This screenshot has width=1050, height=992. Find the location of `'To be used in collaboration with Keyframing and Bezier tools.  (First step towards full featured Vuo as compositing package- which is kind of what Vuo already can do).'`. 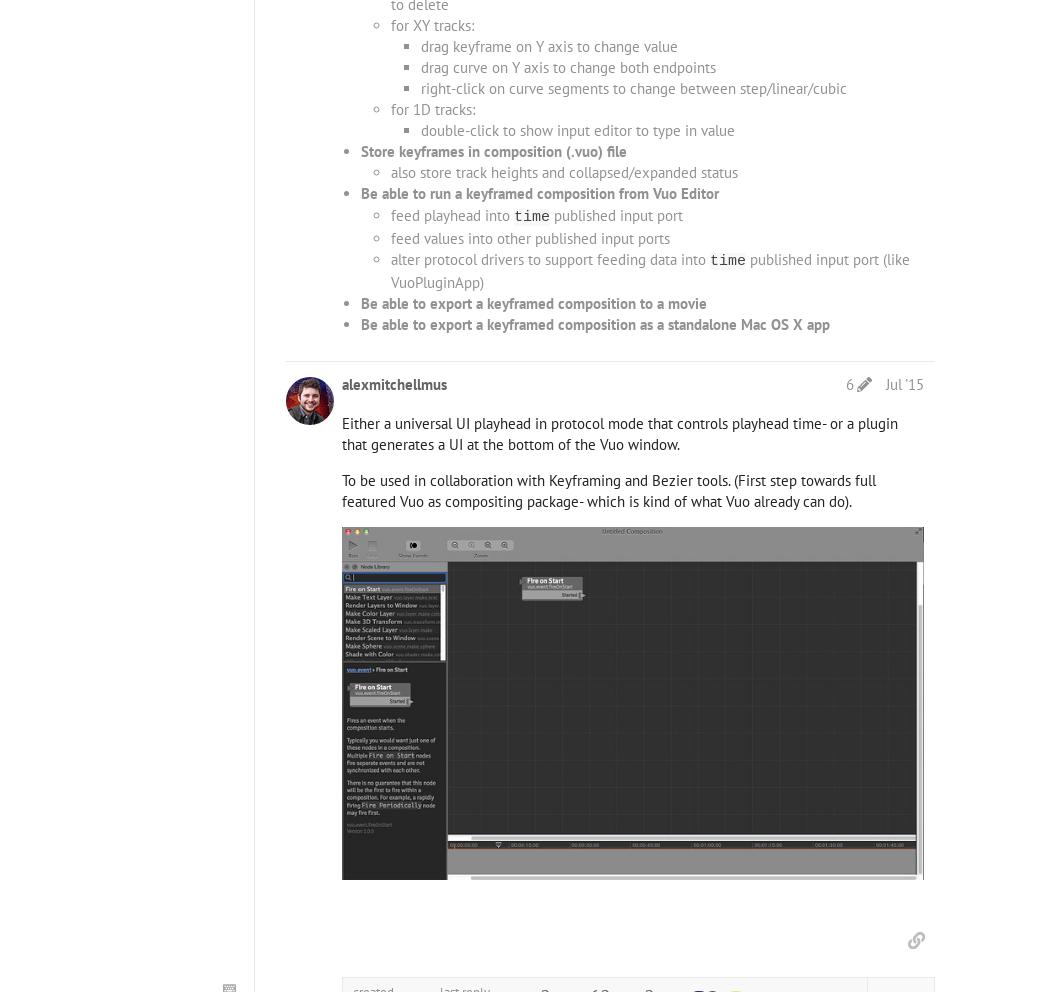

'To be used in collaboration with Keyframing and Bezier tools.  (First step towards full featured Vuo as compositing package- which is kind of what Vuo already can do).' is located at coordinates (609, 491).